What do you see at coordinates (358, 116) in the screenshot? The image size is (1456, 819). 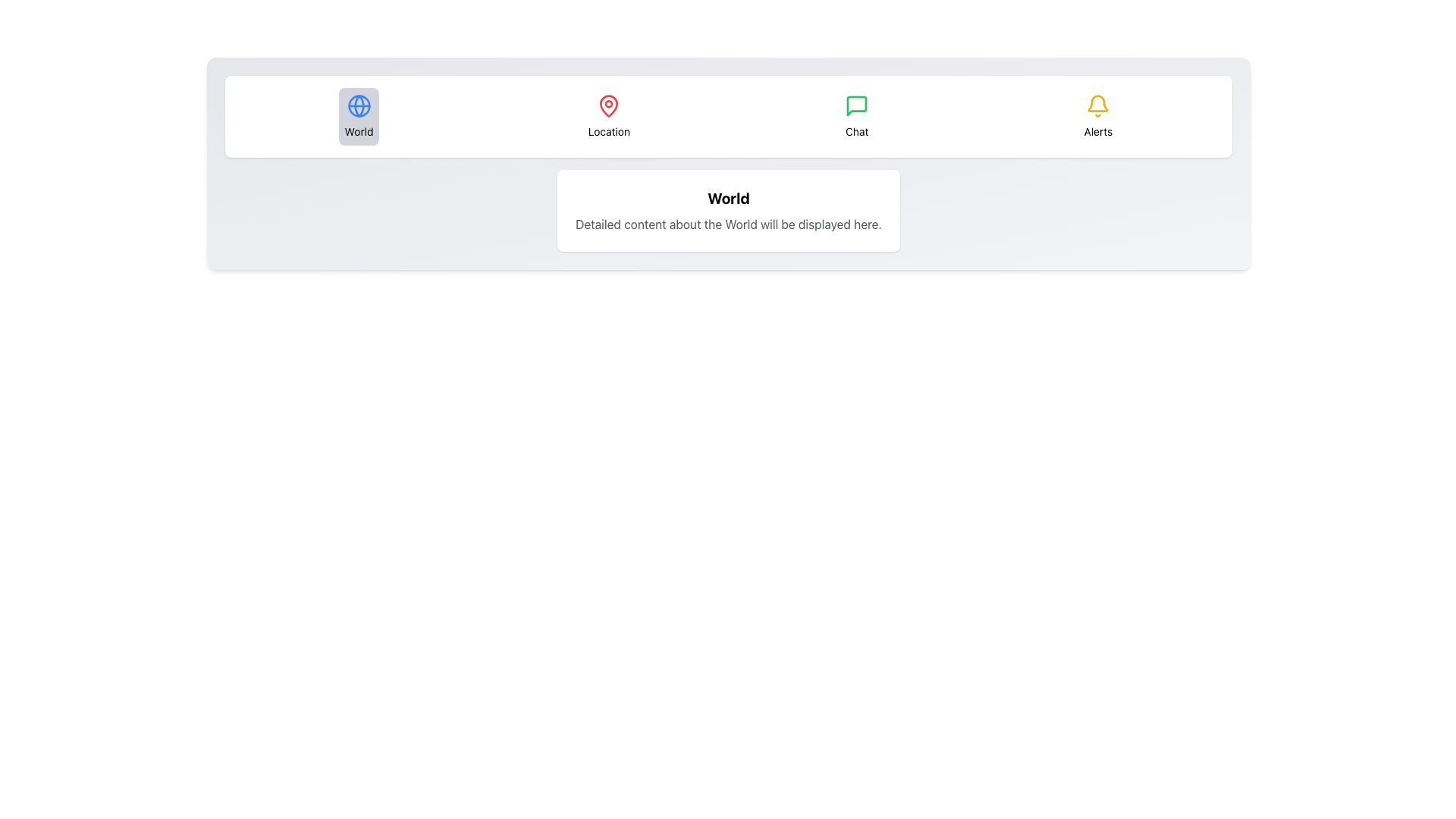 I see `the 'World' navigation button by tabbing to it` at bounding box center [358, 116].